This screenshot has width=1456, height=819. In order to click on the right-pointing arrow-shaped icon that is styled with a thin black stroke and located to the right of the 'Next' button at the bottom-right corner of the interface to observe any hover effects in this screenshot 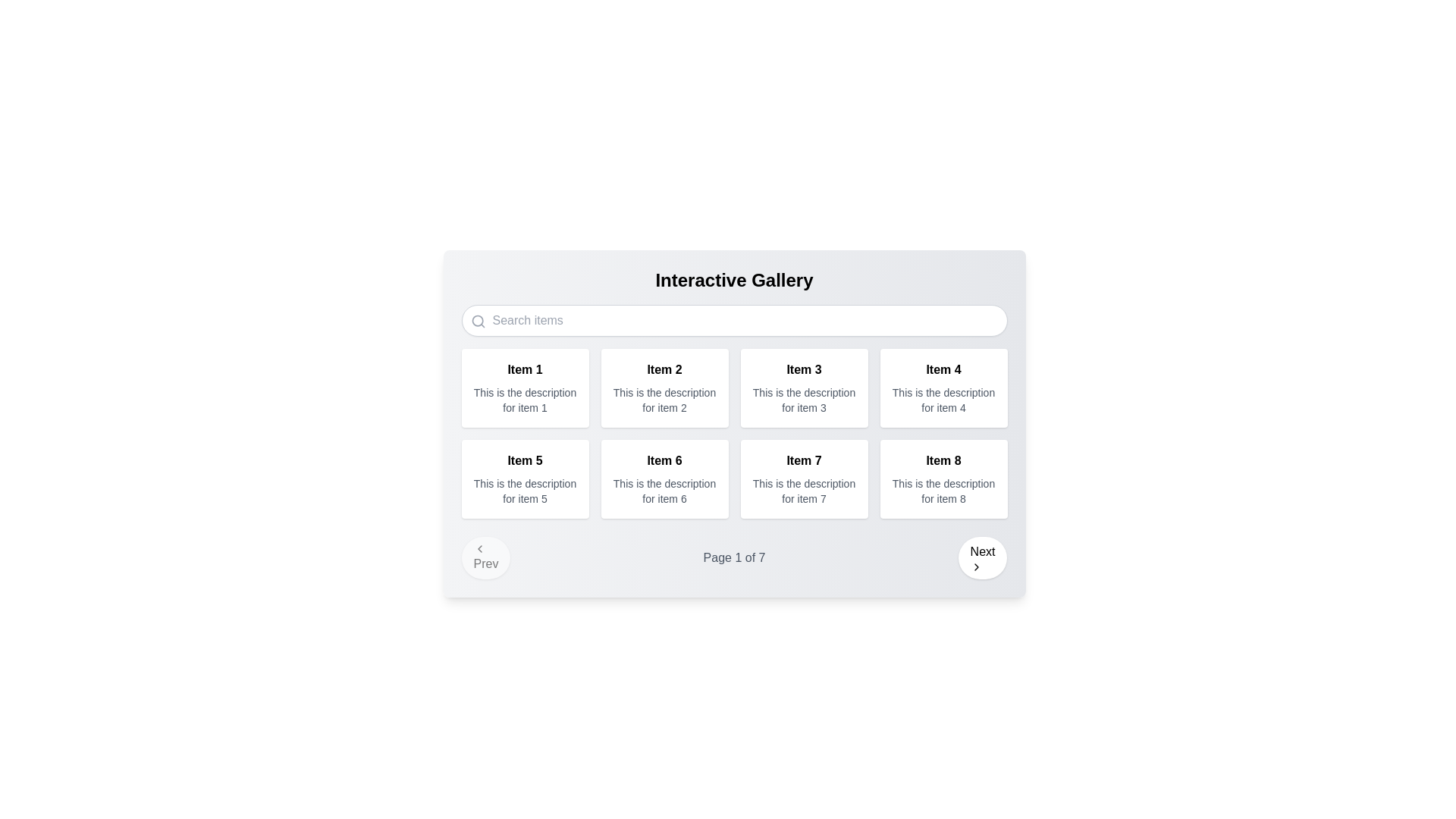, I will do `click(976, 567)`.